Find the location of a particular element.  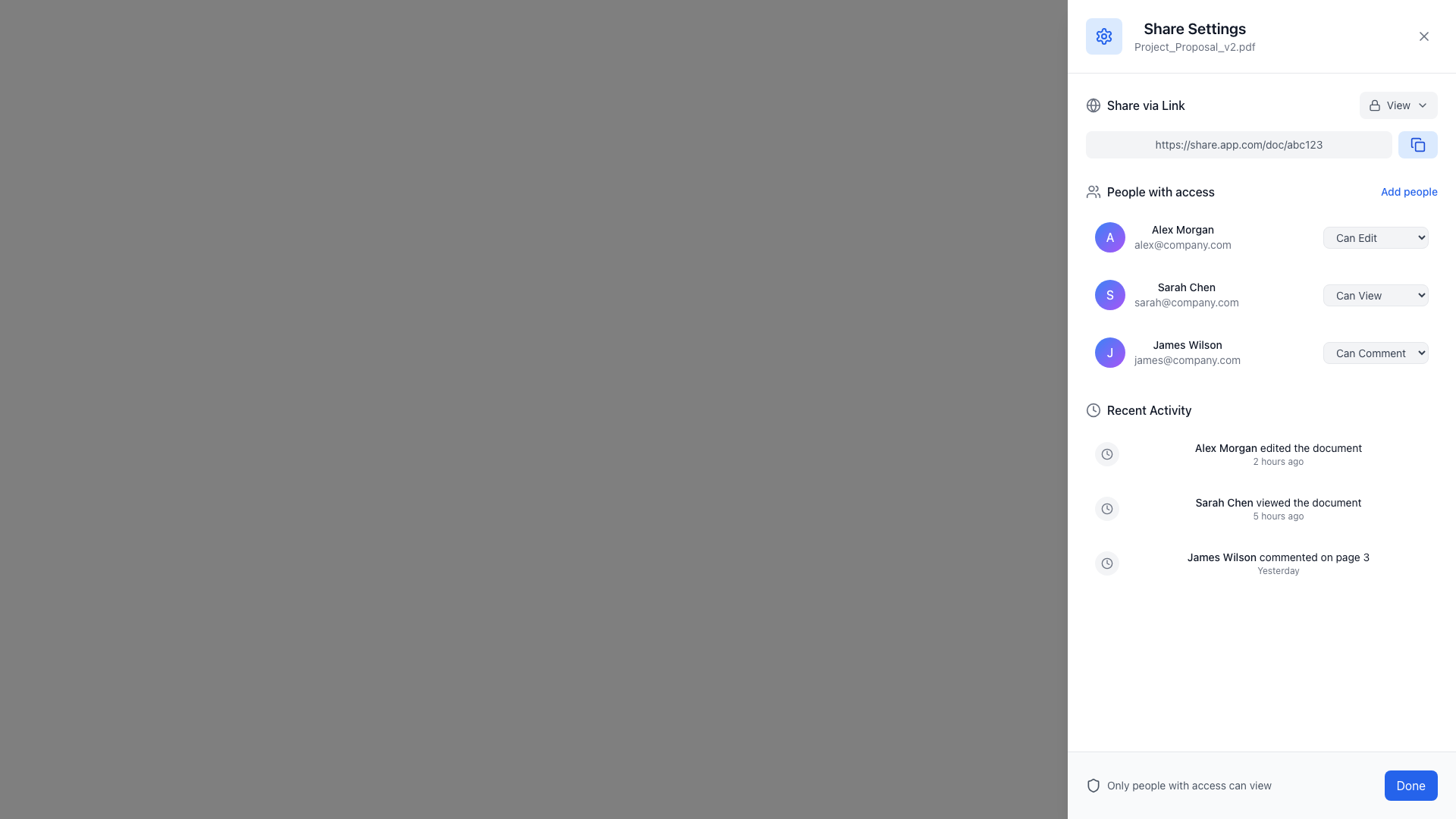

the dropdown menu trigger in the upper-right section of the share settings dialog box is located at coordinates (1398, 104).